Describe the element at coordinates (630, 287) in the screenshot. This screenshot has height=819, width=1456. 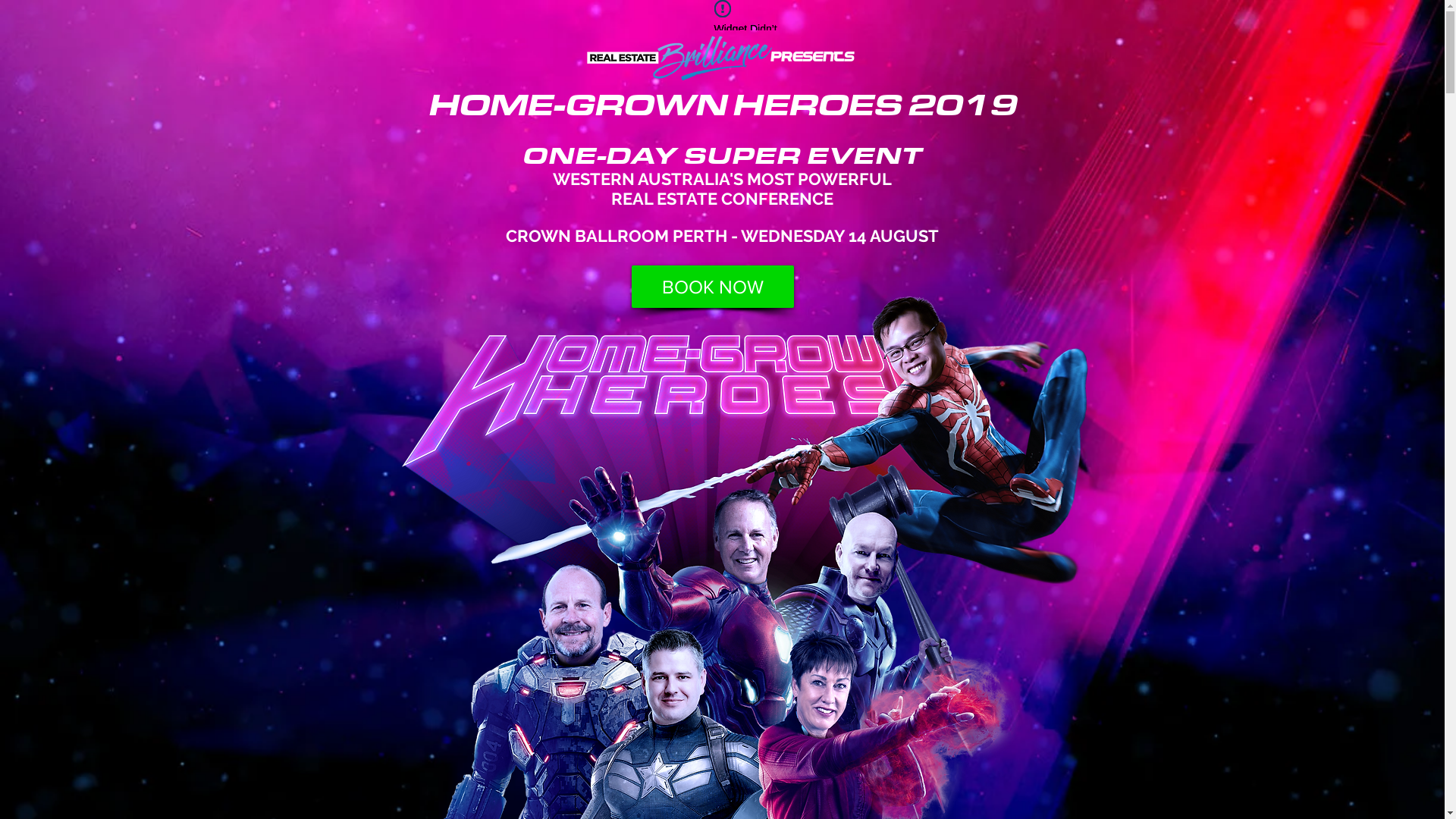
I see `'BOOK NOW'` at that location.